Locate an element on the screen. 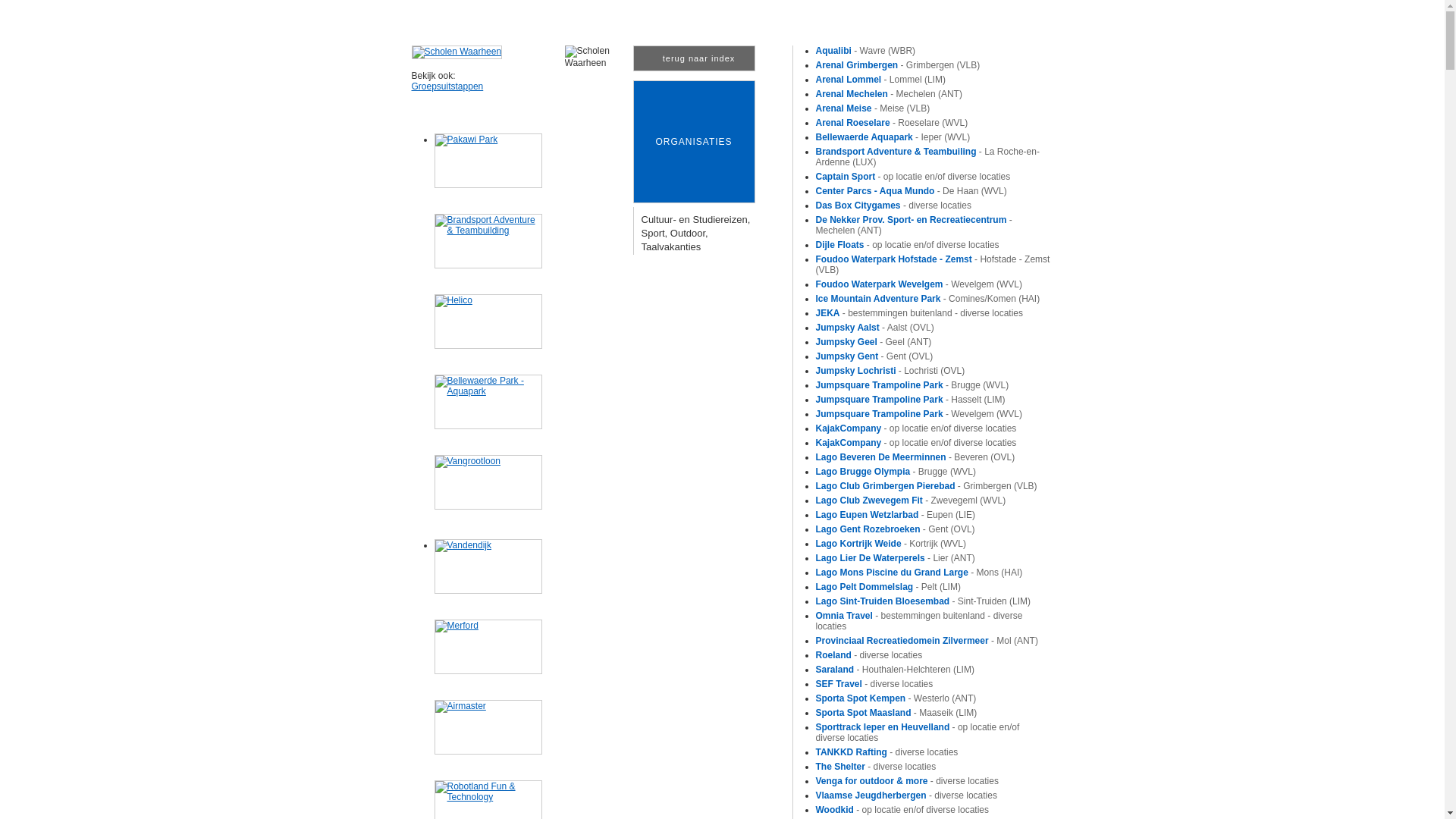 This screenshot has height=819, width=1456. 'Bellewaerde Park - Aquapark' is located at coordinates (432, 400).